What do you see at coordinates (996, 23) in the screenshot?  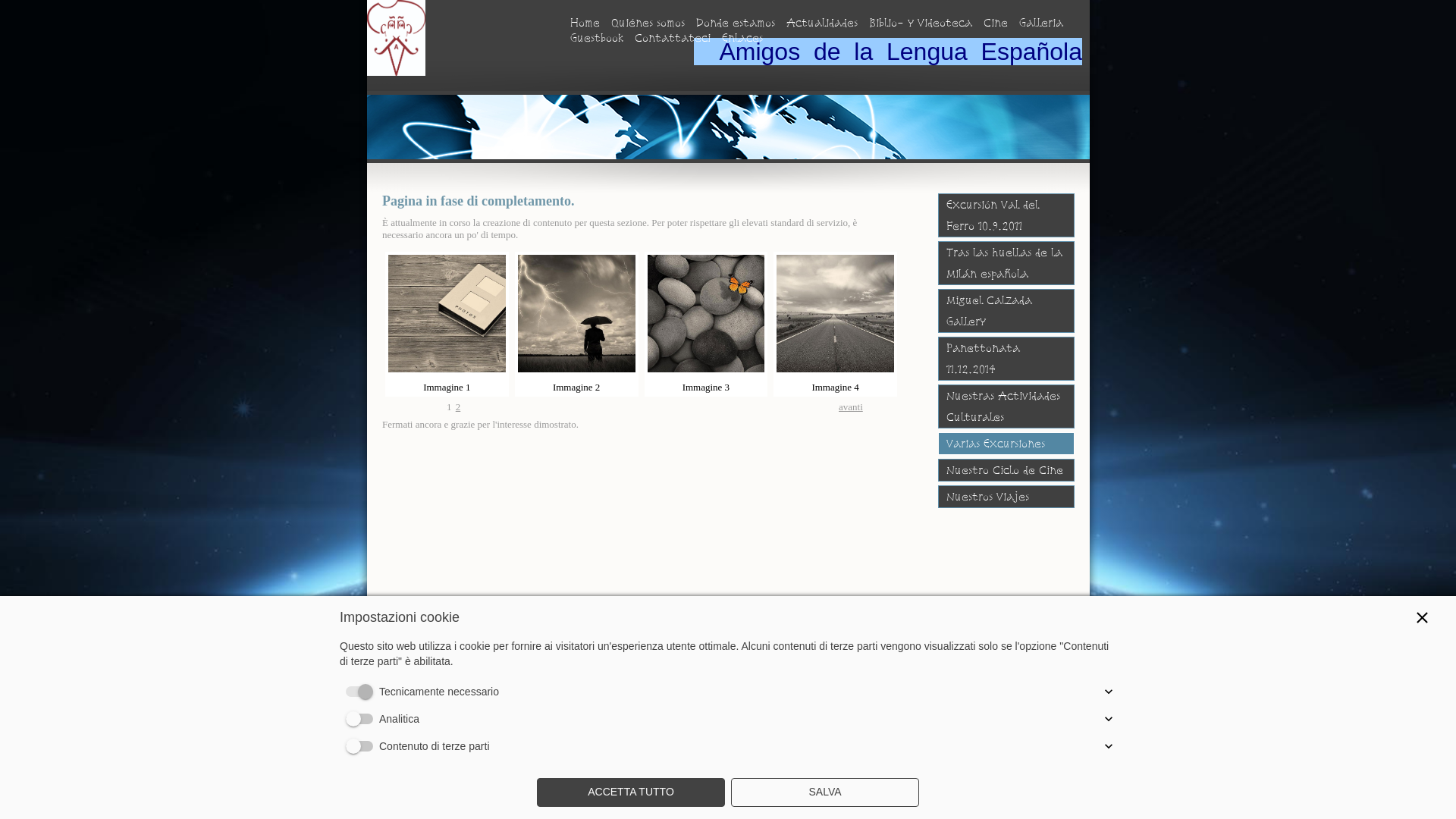 I see `'Cine'` at bounding box center [996, 23].